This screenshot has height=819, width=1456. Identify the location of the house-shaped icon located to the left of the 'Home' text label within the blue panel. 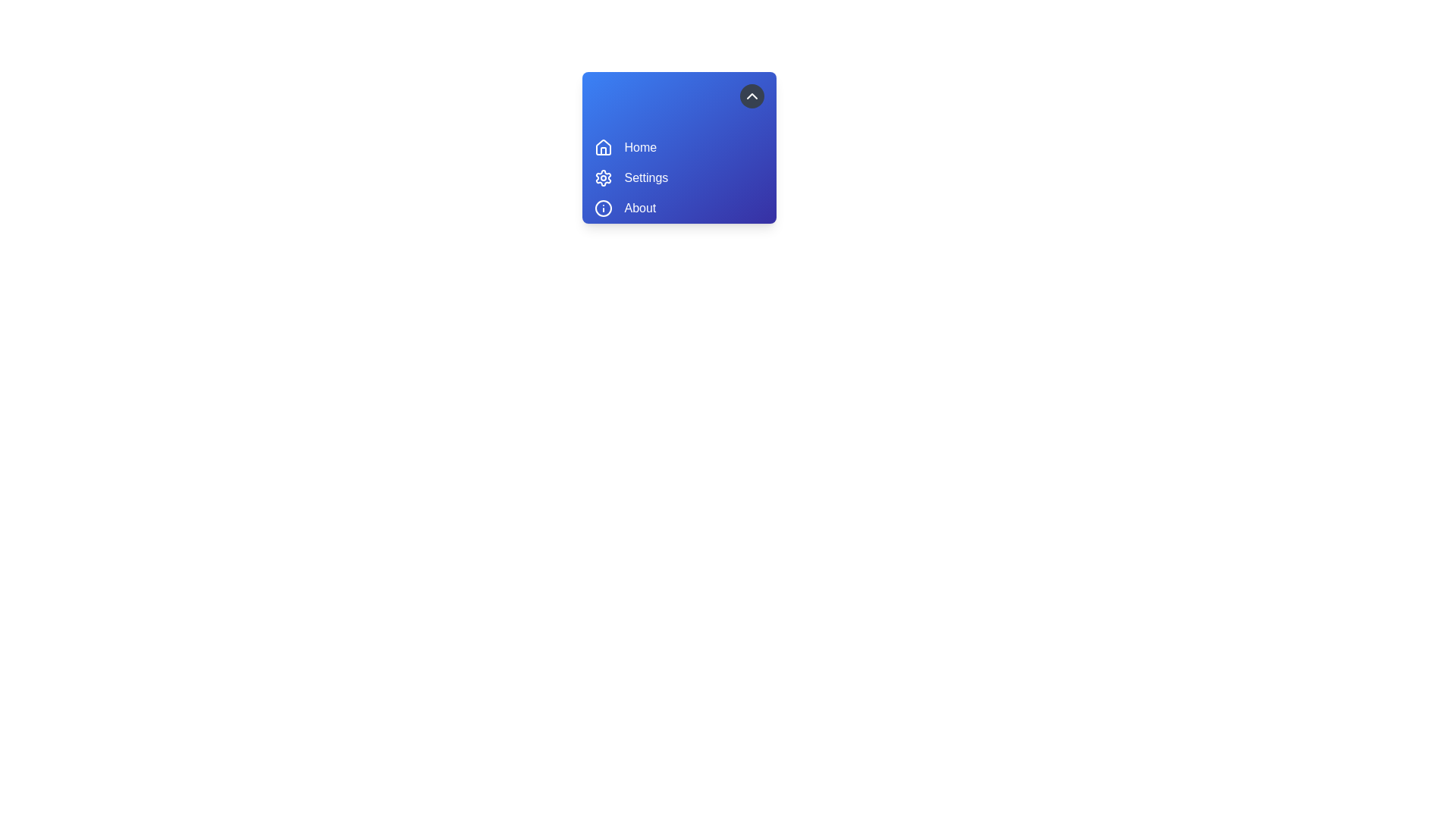
(602, 147).